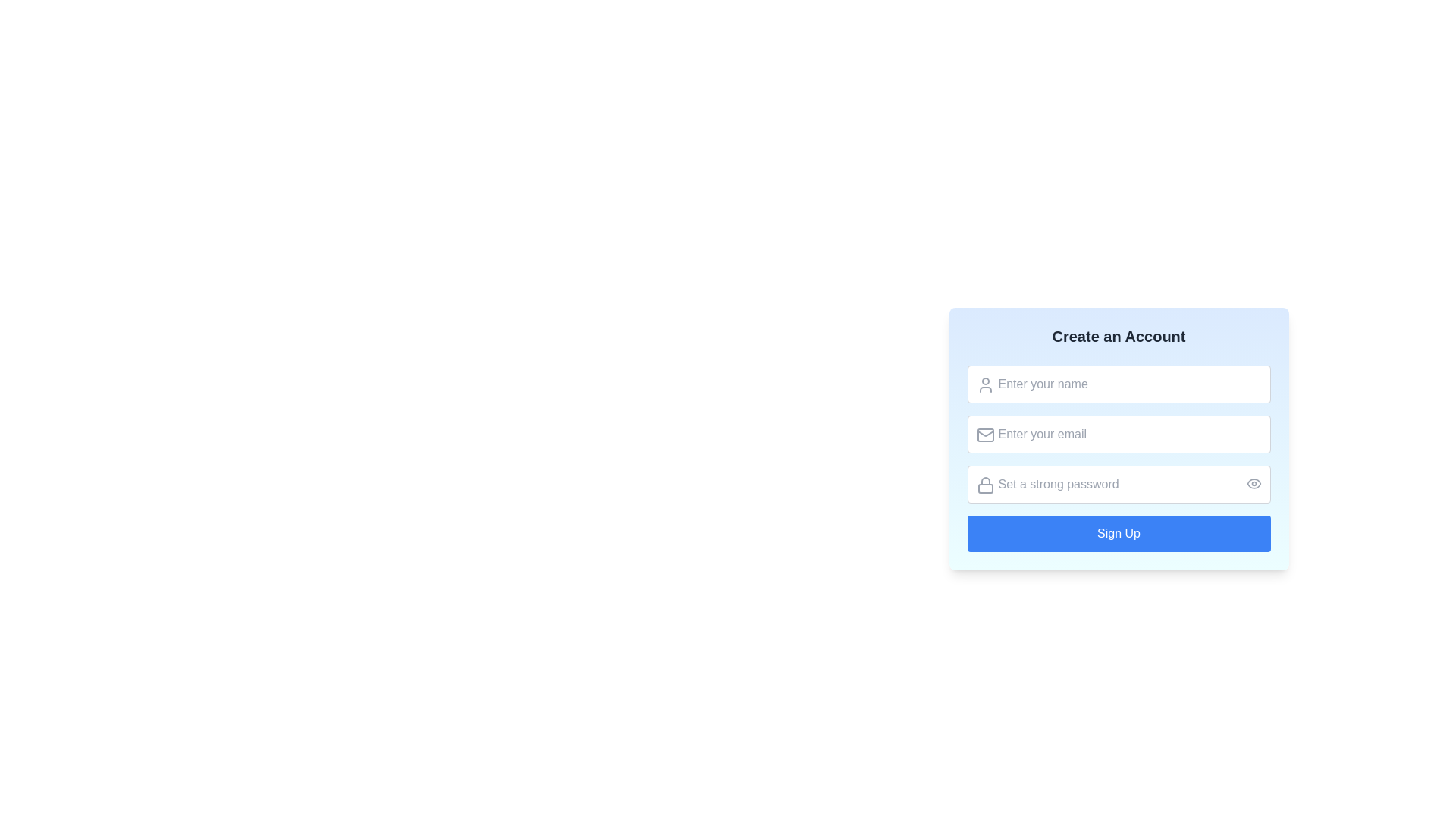  What do you see at coordinates (1254, 483) in the screenshot?
I see `the visibility toggle icon button located to the right of the password input field` at bounding box center [1254, 483].